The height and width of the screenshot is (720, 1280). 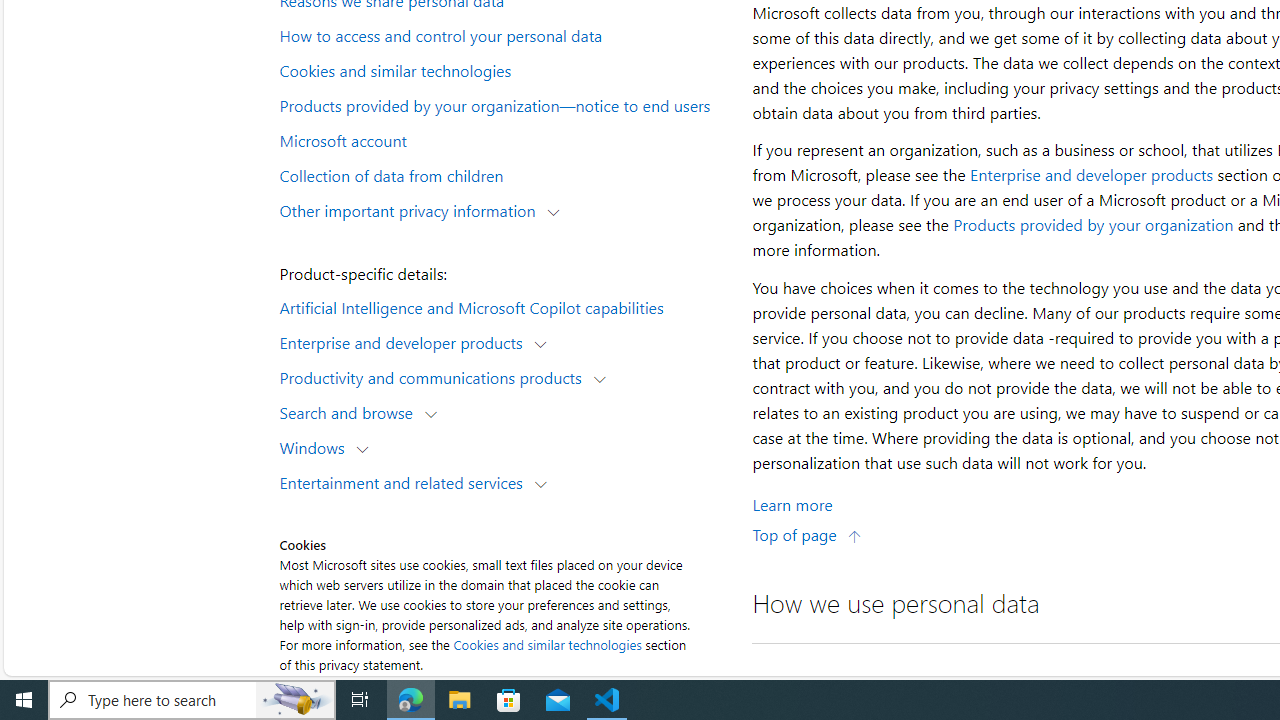 What do you see at coordinates (434, 376) in the screenshot?
I see `'Productivity and communications products'` at bounding box center [434, 376].